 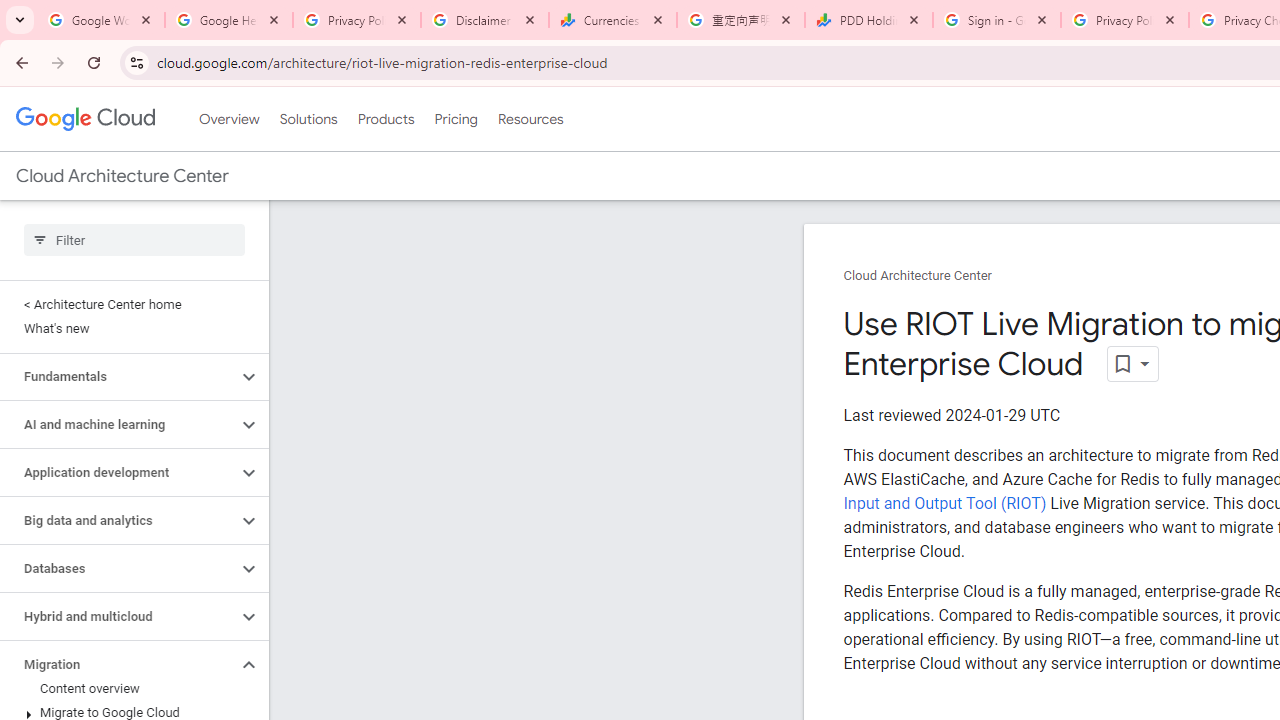 What do you see at coordinates (869, 20) in the screenshot?
I see `'PDD Holdings Inc - ADR (PDD) Price & News - Google Finance'` at bounding box center [869, 20].